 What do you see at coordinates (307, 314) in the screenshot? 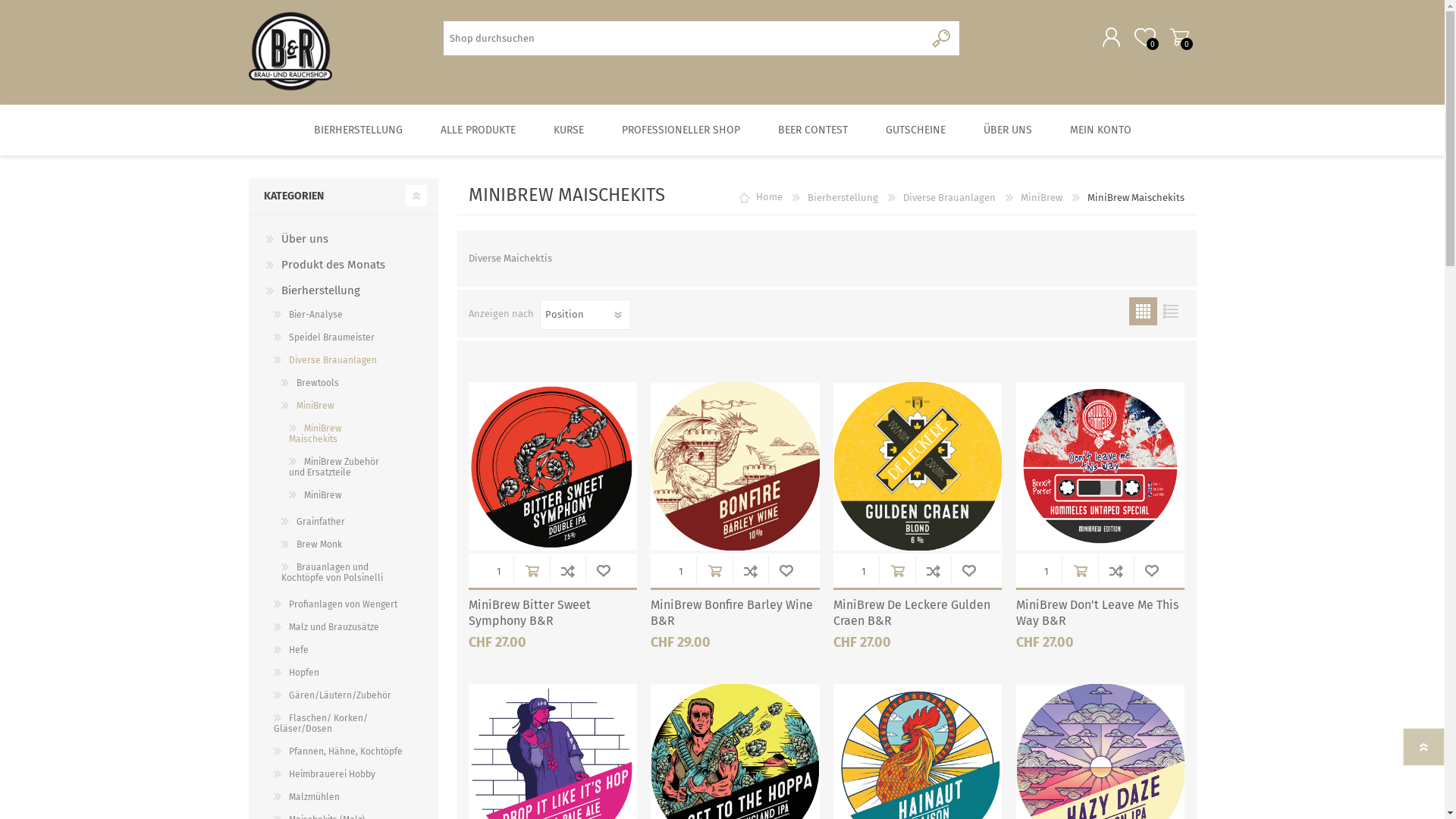
I see `'Bier-Analyse'` at bounding box center [307, 314].